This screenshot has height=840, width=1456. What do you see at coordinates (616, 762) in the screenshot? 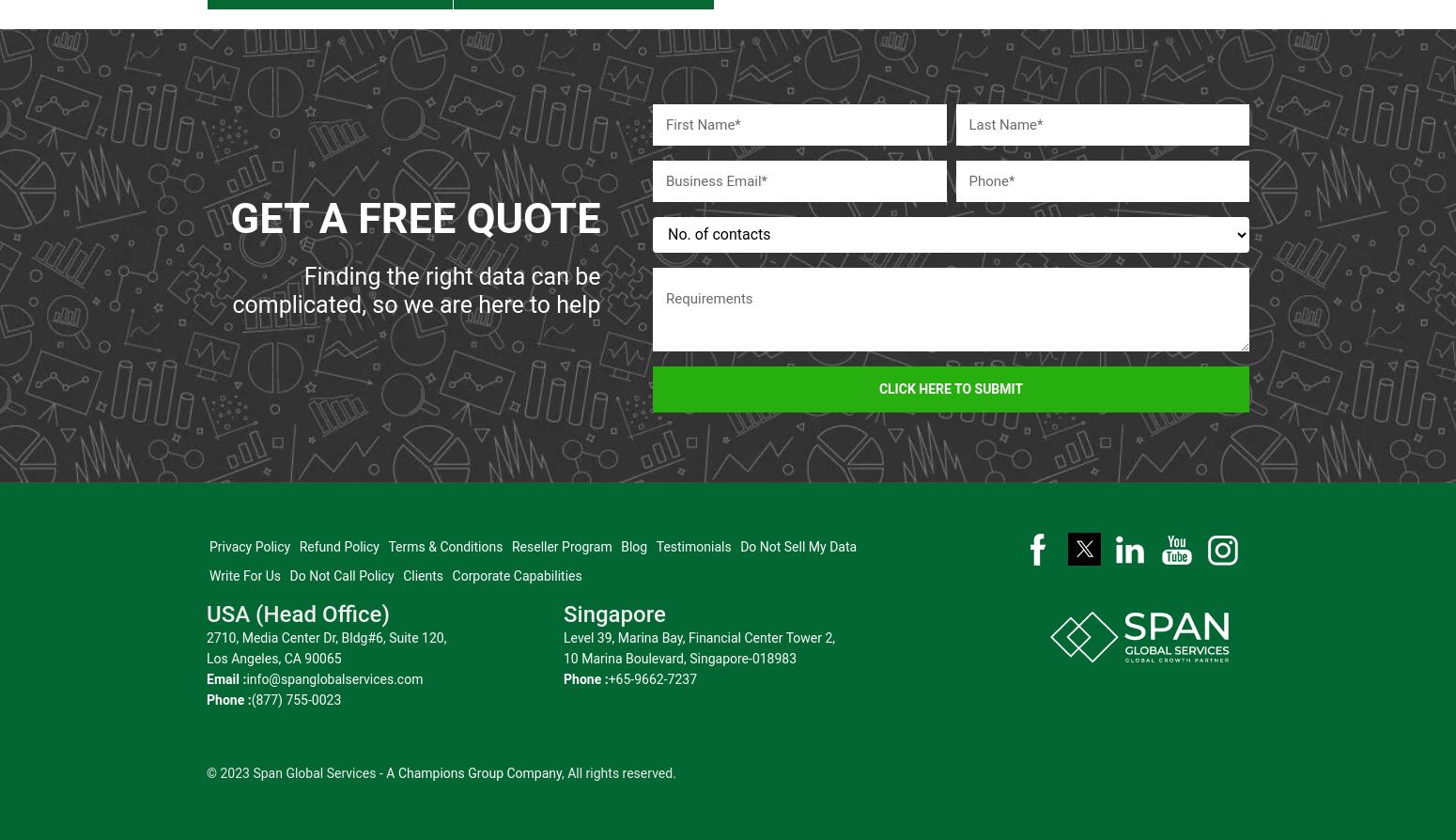
I see `', All rights reserved.'` at bounding box center [616, 762].